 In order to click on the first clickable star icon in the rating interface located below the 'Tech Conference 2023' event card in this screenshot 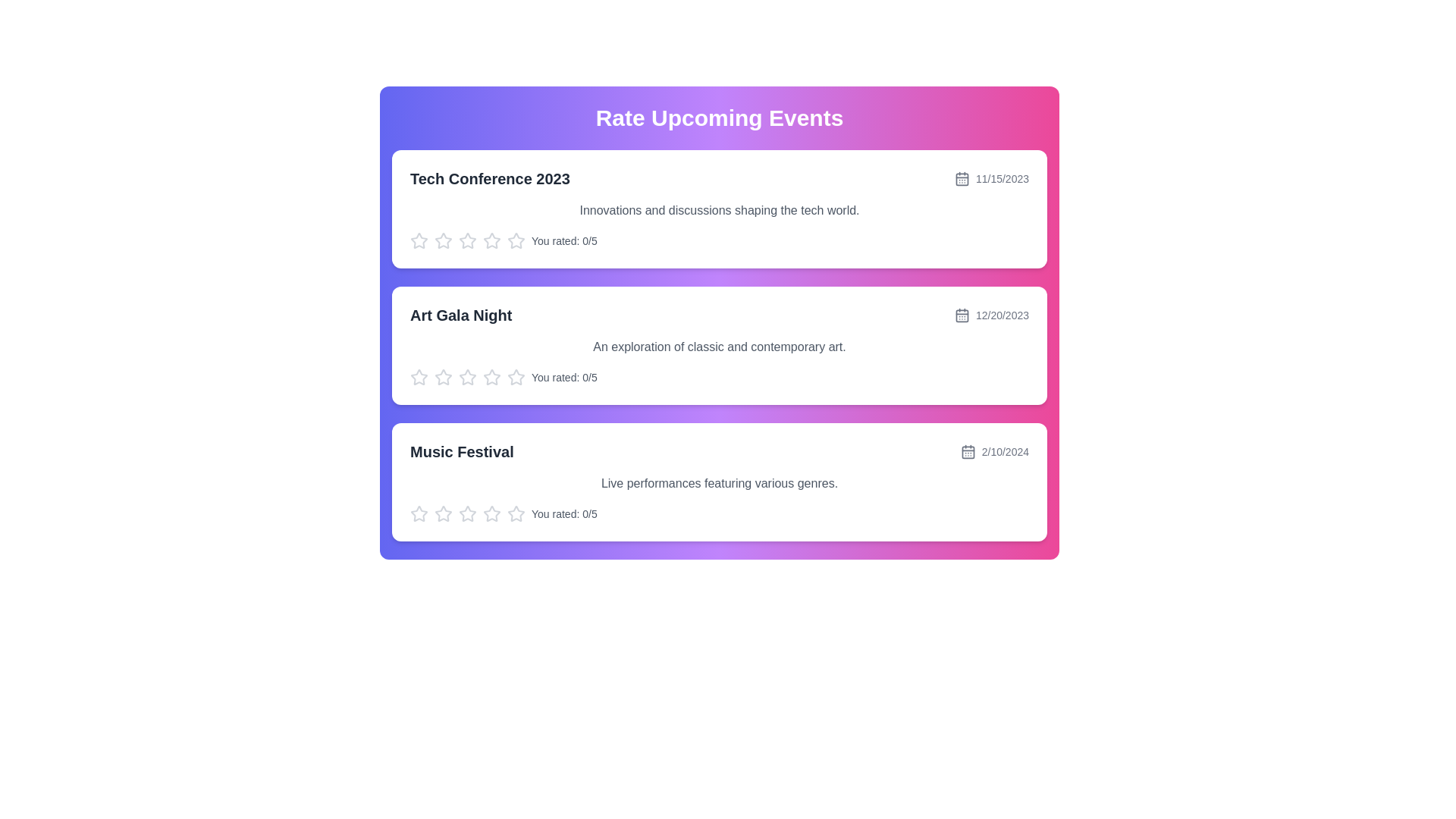, I will do `click(419, 240)`.